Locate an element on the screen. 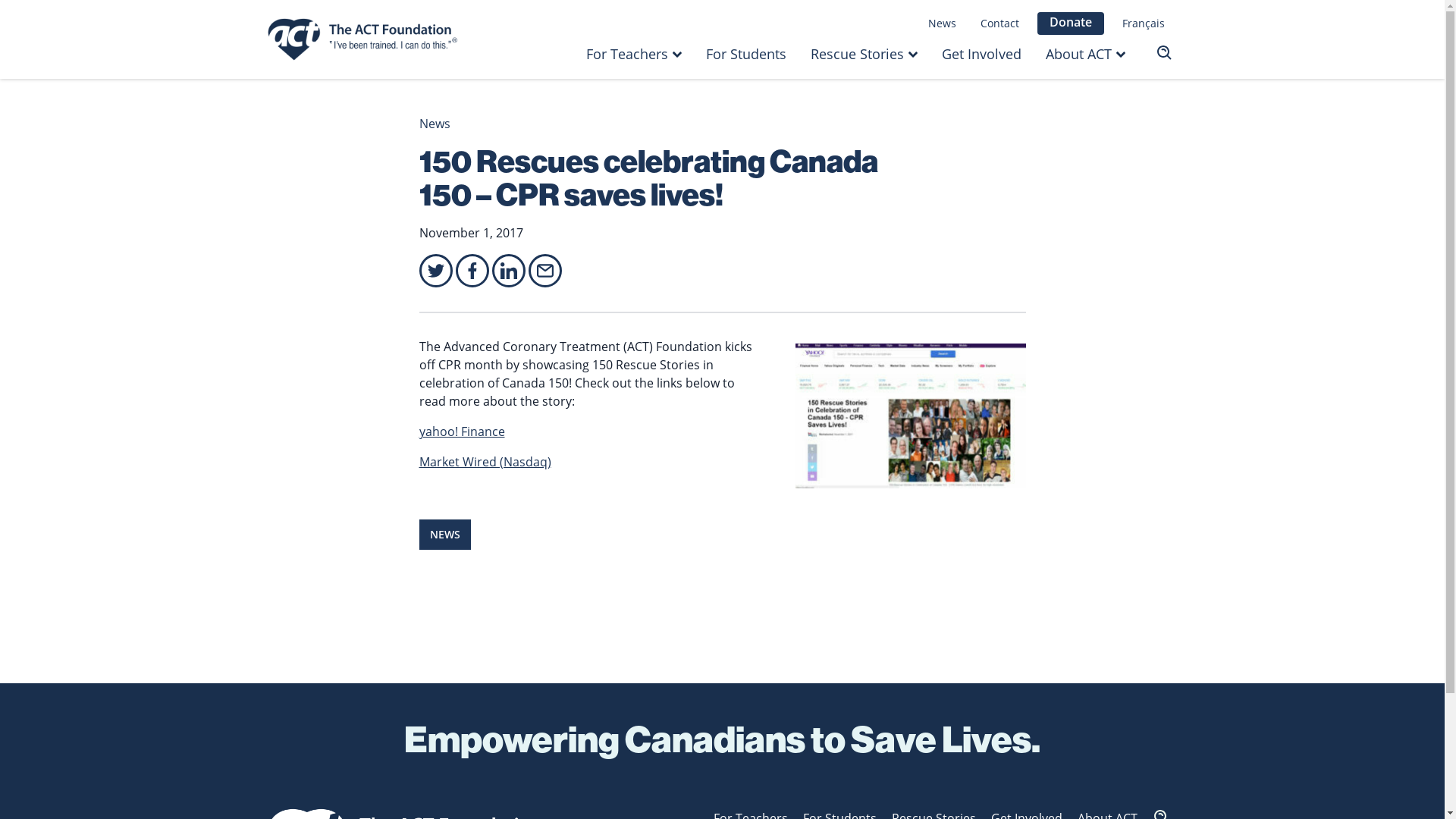 This screenshot has height=819, width=1456. 'Market Wired (Nasdaq)' is located at coordinates (419, 461).